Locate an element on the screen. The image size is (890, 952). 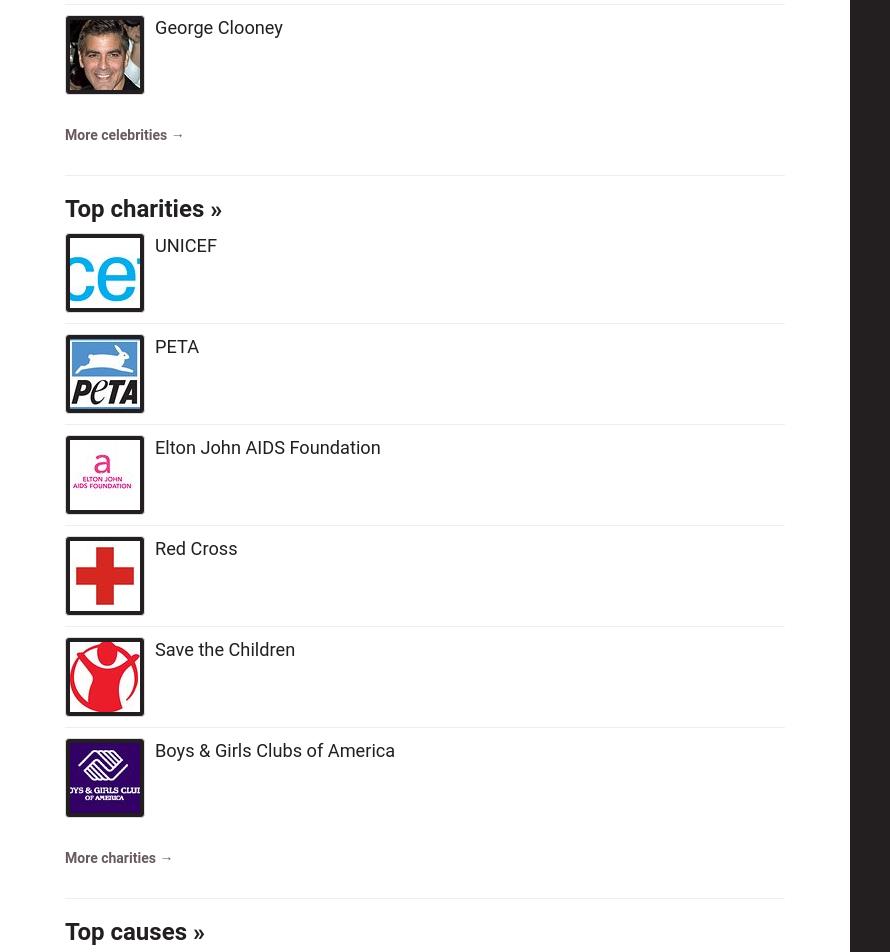
'George Clooney' is located at coordinates (218, 27).